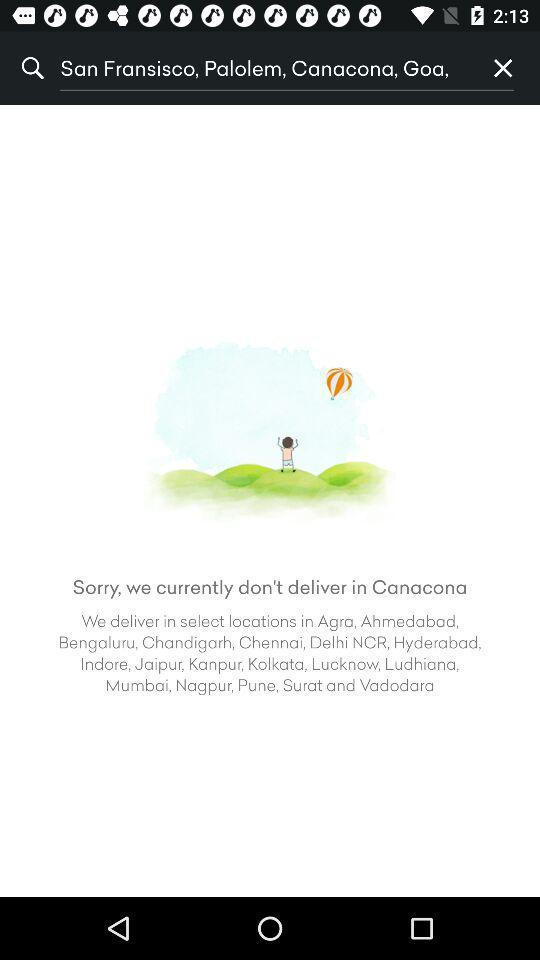 The width and height of the screenshot is (540, 960). What do you see at coordinates (263, 68) in the screenshot?
I see `item next to the % icon` at bounding box center [263, 68].